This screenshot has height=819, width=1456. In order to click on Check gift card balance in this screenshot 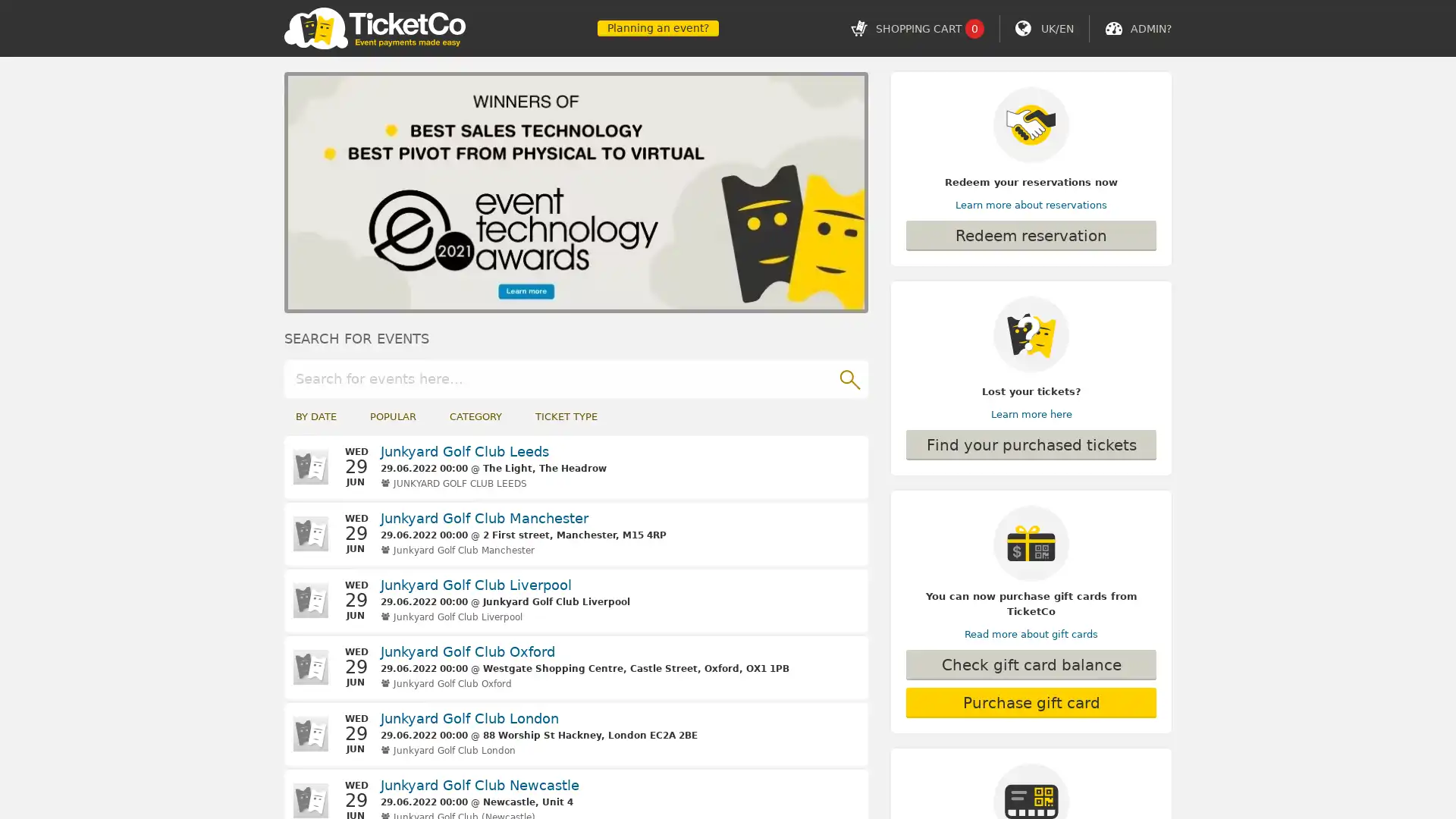, I will do `click(1031, 664)`.